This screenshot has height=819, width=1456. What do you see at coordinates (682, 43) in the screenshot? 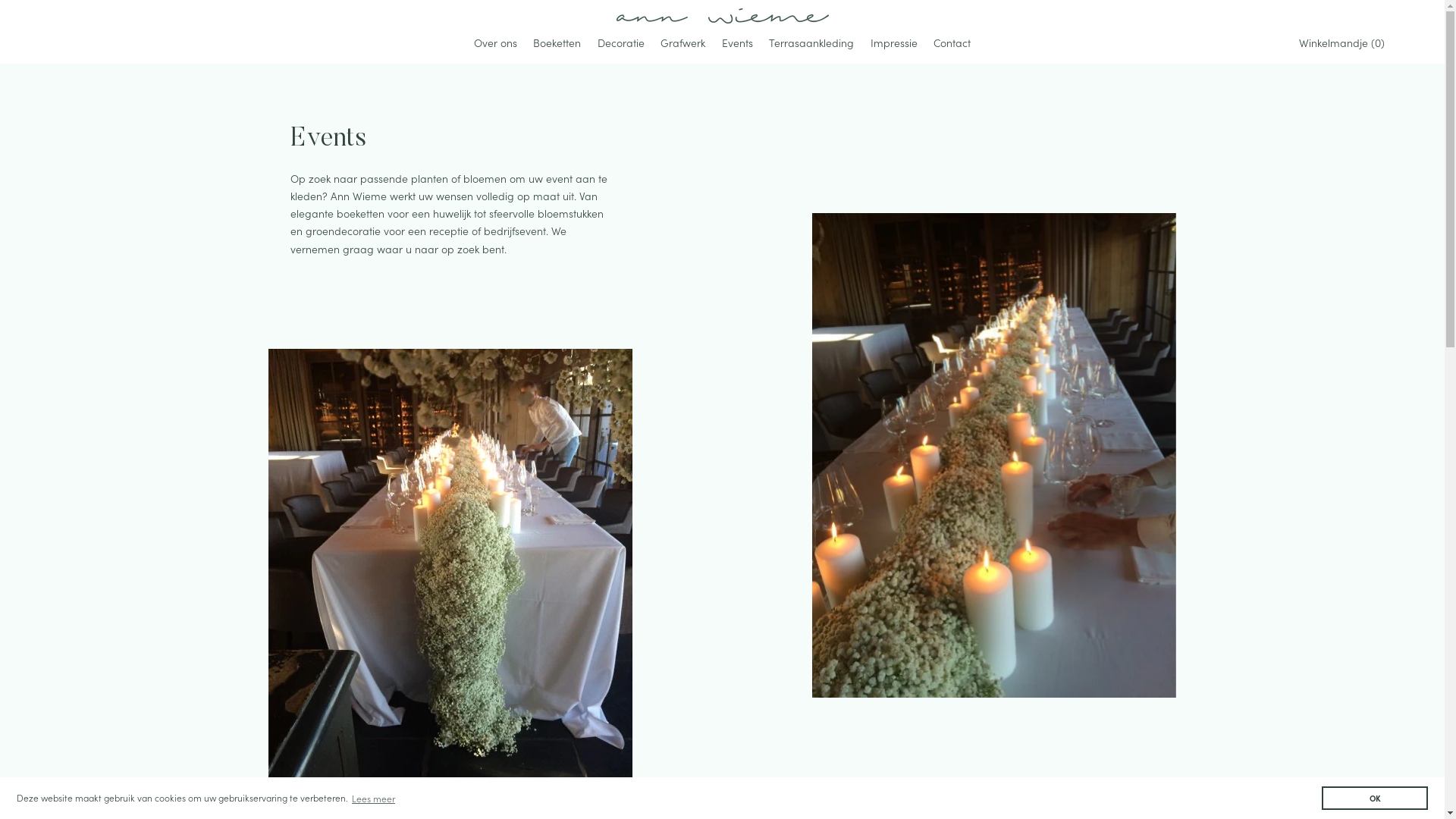
I see `'Grafwerk'` at bounding box center [682, 43].